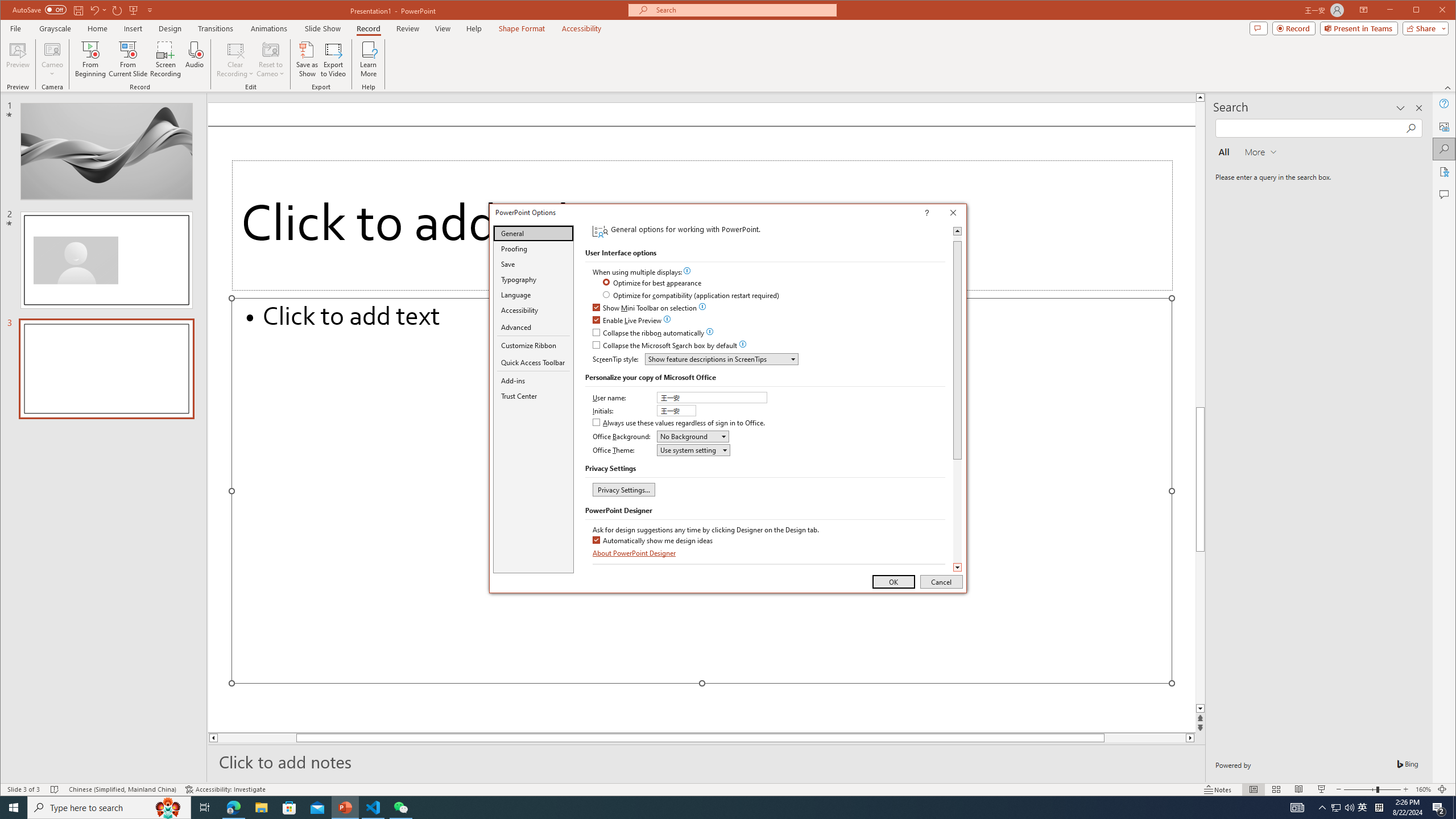 The image size is (1456, 819). I want to click on 'ScreenTip style', so click(721, 359).